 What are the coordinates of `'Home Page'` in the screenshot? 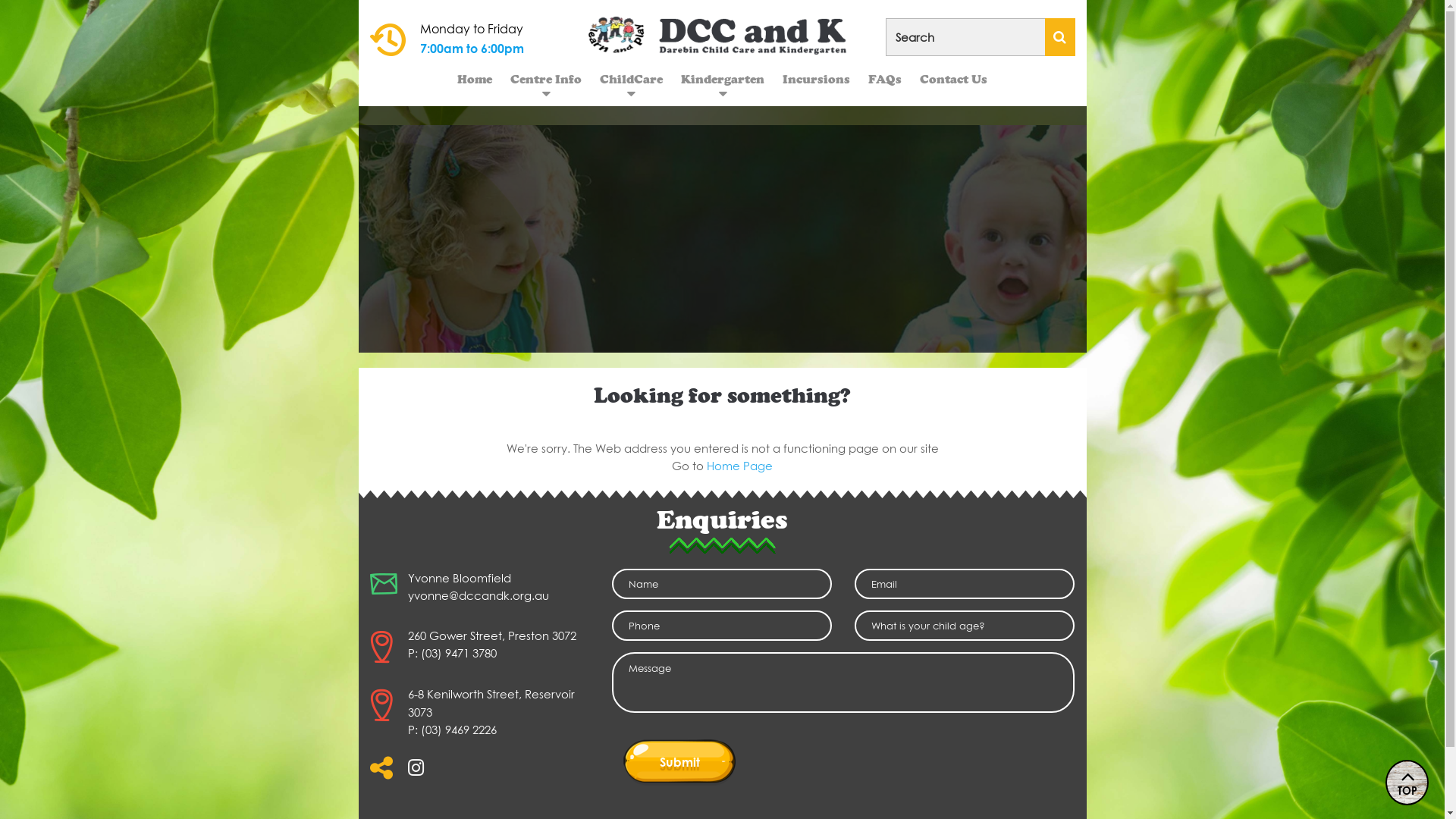 It's located at (705, 464).